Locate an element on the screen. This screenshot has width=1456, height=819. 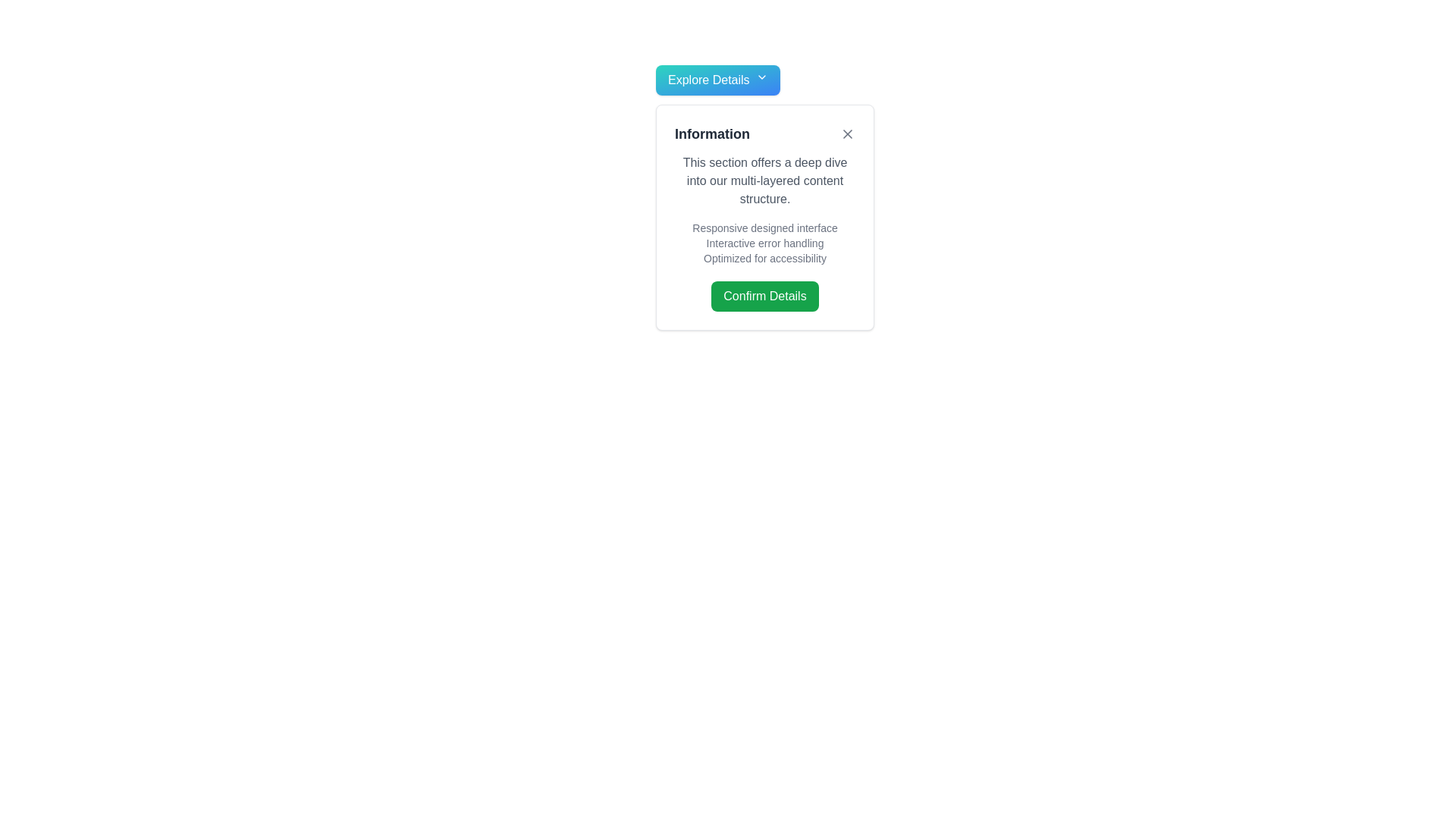
the vertically-stacked text items containing 'Responsive designed interface', 'Interactive error handling', and 'Optimized for accessibility', which is located in a white box under the heading 'Information' is located at coordinates (764, 242).